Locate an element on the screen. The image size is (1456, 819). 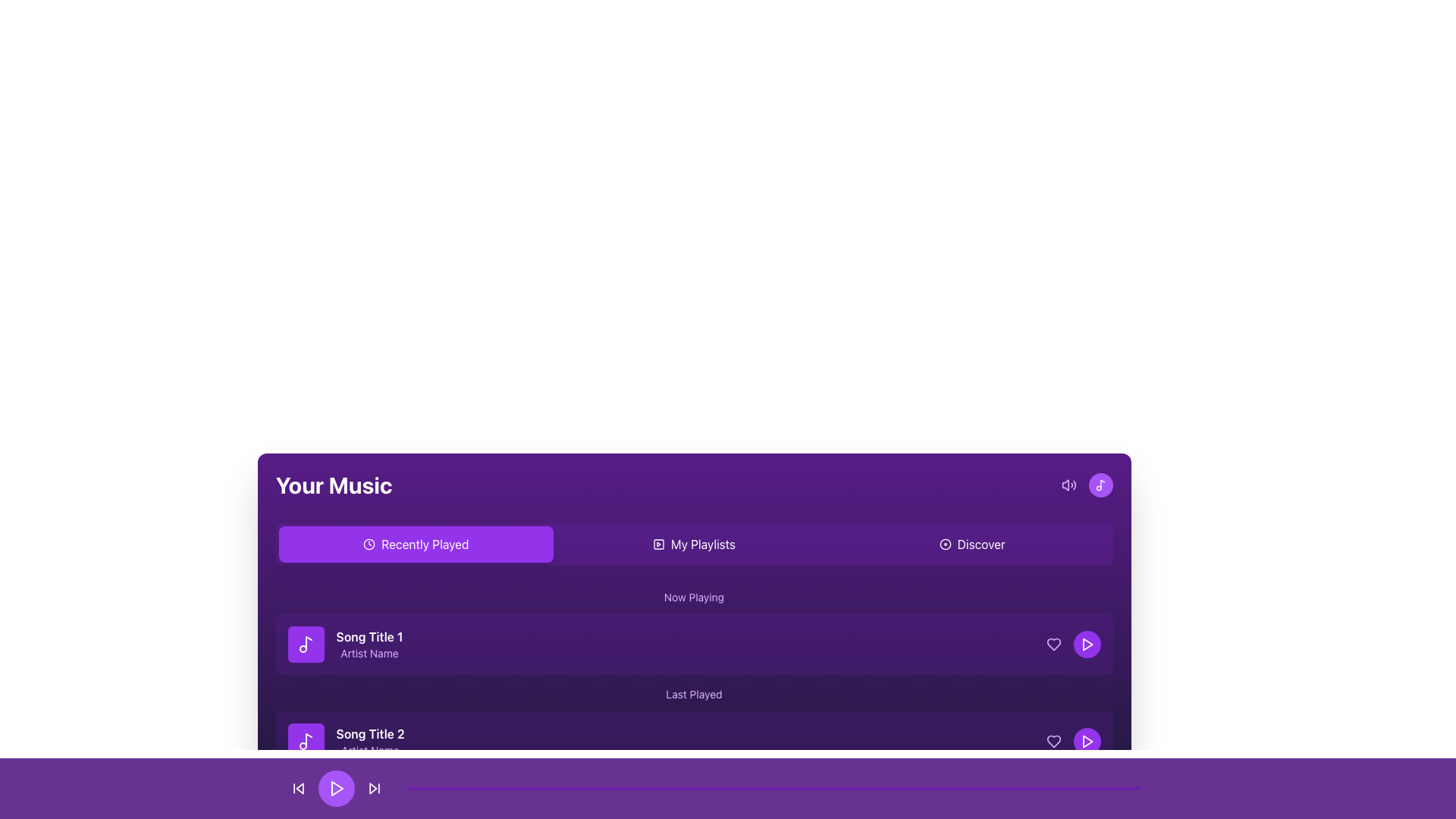
the heart-shaped icon at the right end of the row of song control buttons to favorite the song is located at coordinates (1053, 741).